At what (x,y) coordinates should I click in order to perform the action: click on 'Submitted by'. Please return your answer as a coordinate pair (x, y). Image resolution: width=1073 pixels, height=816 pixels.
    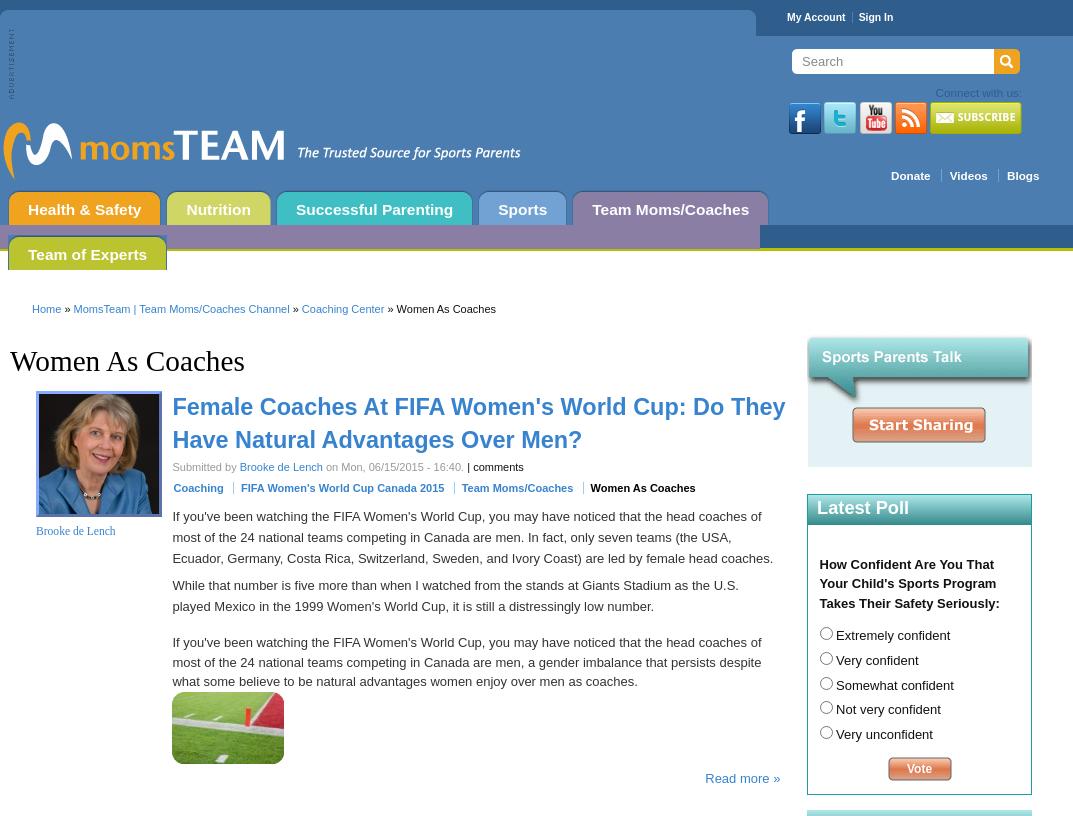
    Looking at the image, I should click on (205, 465).